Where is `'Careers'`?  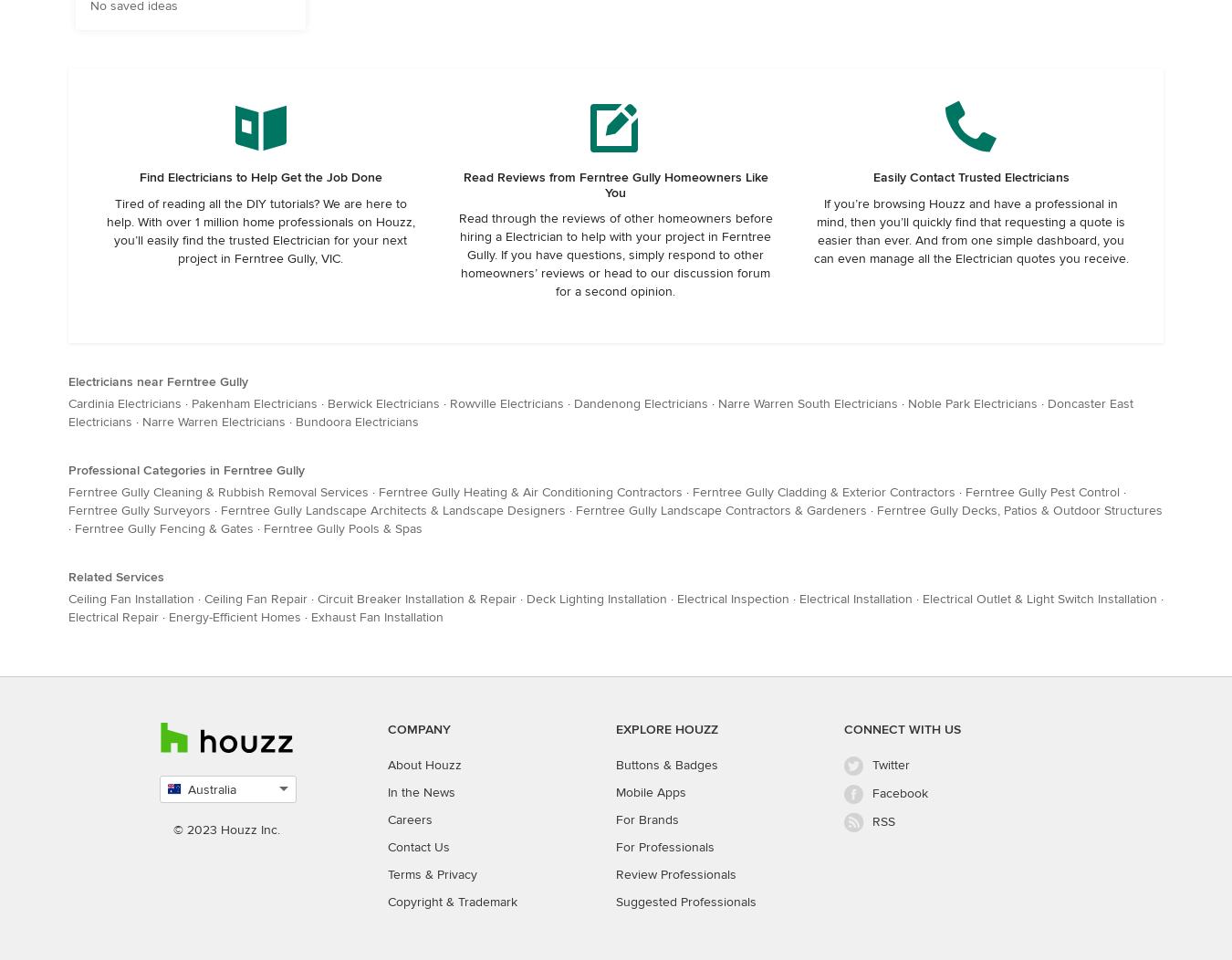
'Careers' is located at coordinates (387, 819).